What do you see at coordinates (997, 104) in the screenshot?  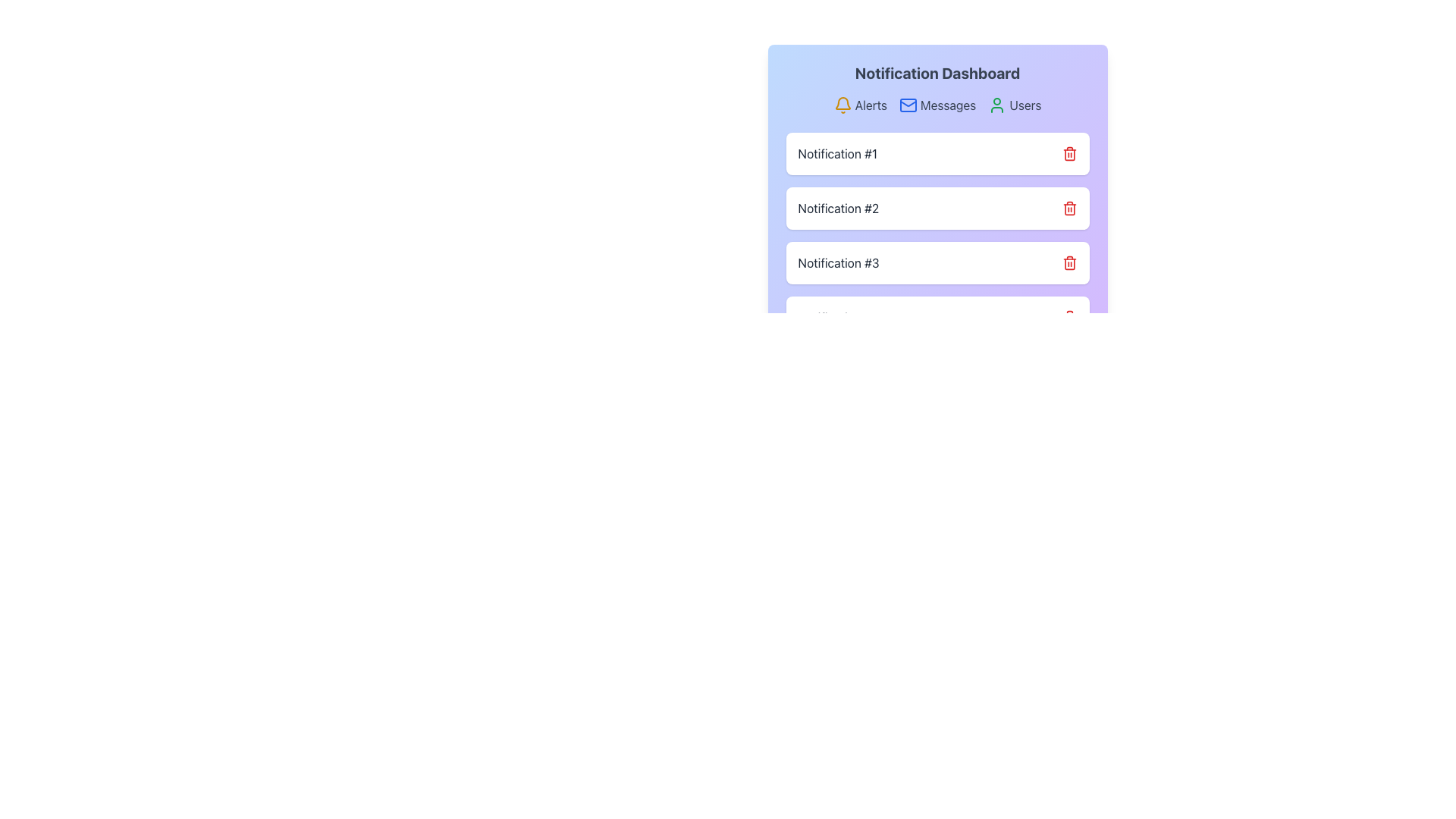 I see `the 'Users' icon in the navigation bar at the top of the notification dashboard, located adjacent to the text label 'Users'` at bounding box center [997, 104].